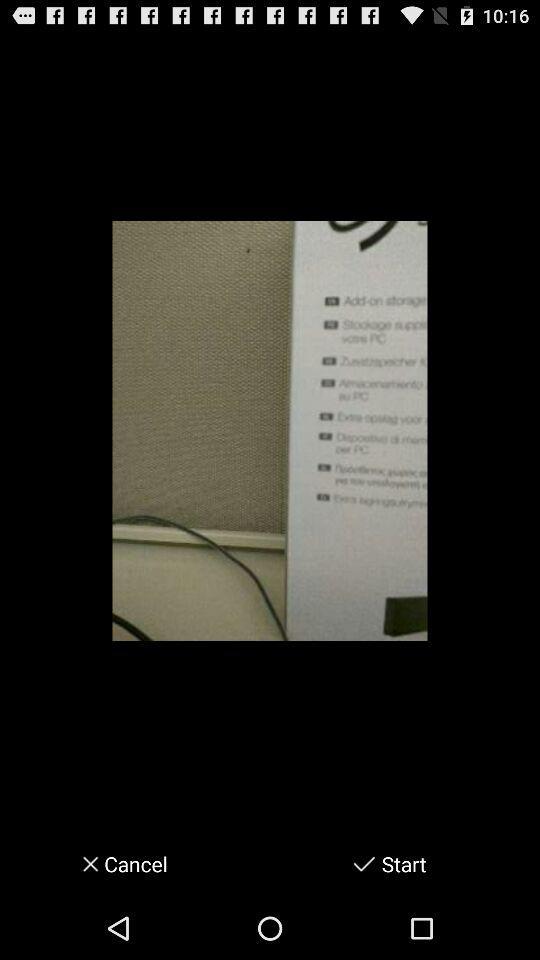 Image resolution: width=540 pixels, height=960 pixels. Describe the element at coordinates (363, 863) in the screenshot. I see `start option` at that location.